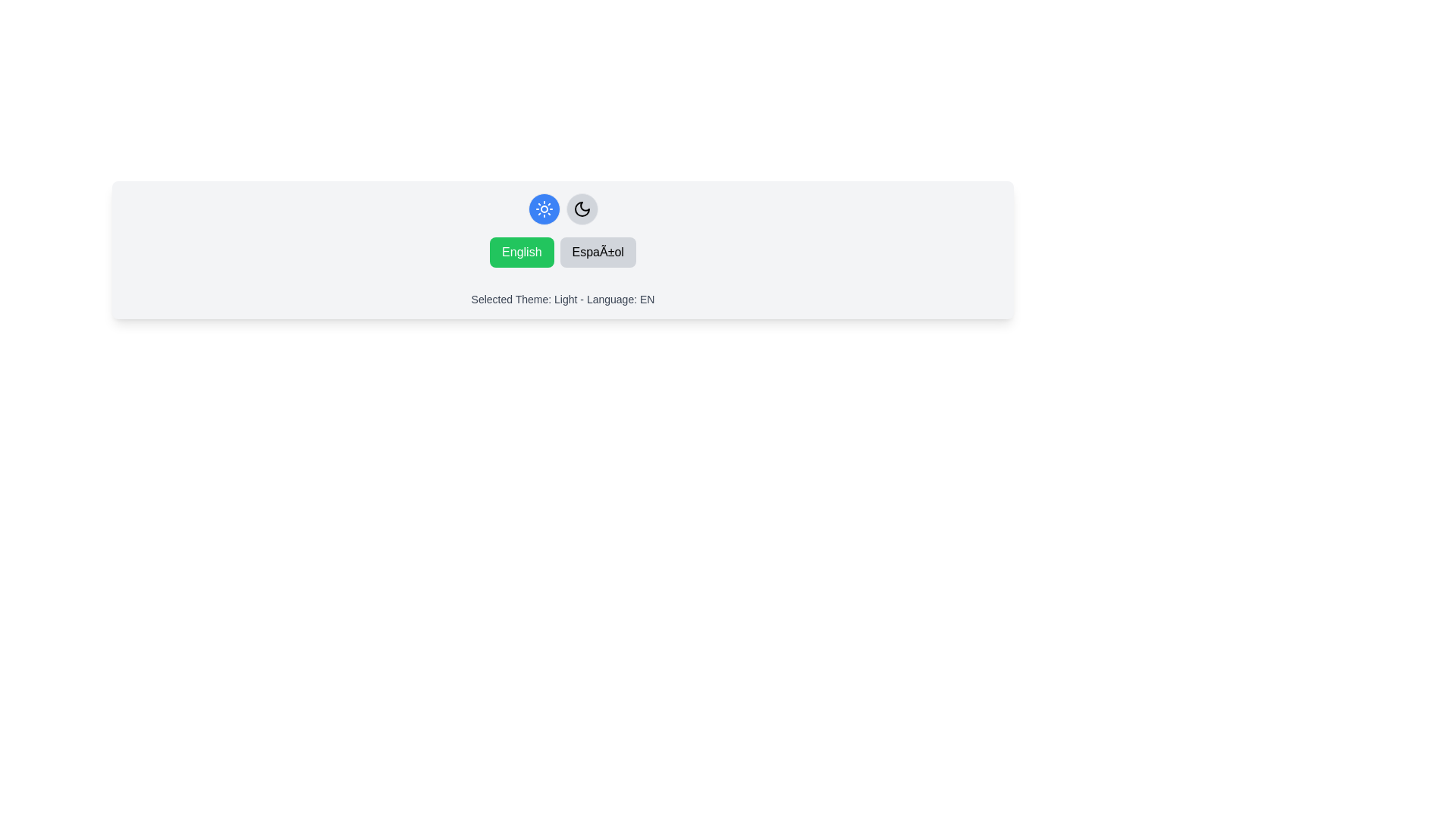 The height and width of the screenshot is (819, 1456). I want to click on the toggle button for dark mode, represented by a crescent moon icon, located in the center of the user interface, to switch to night mode, so click(581, 209).